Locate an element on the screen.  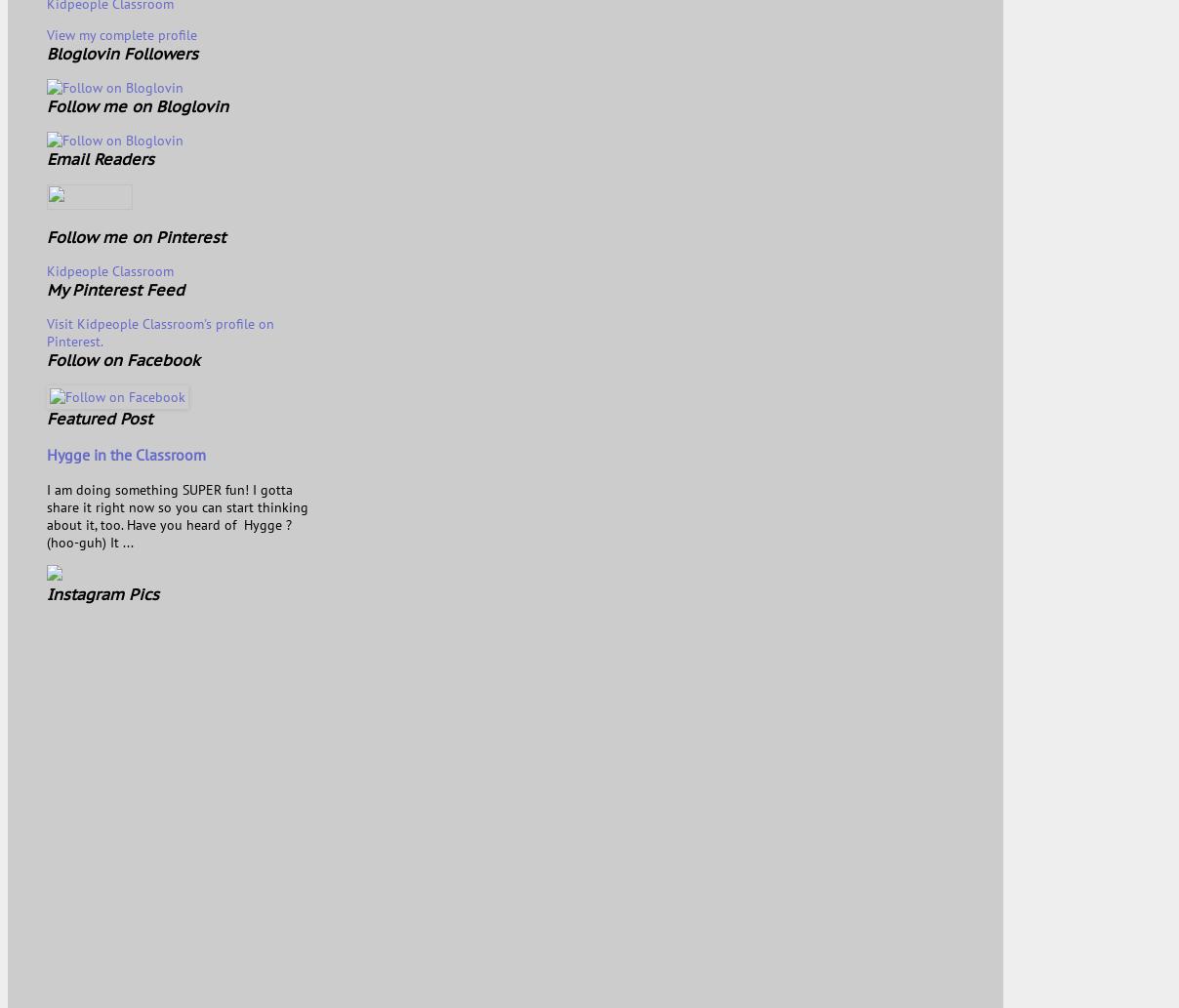
'Bloglovin Followers' is located at coordinates (121, 53).